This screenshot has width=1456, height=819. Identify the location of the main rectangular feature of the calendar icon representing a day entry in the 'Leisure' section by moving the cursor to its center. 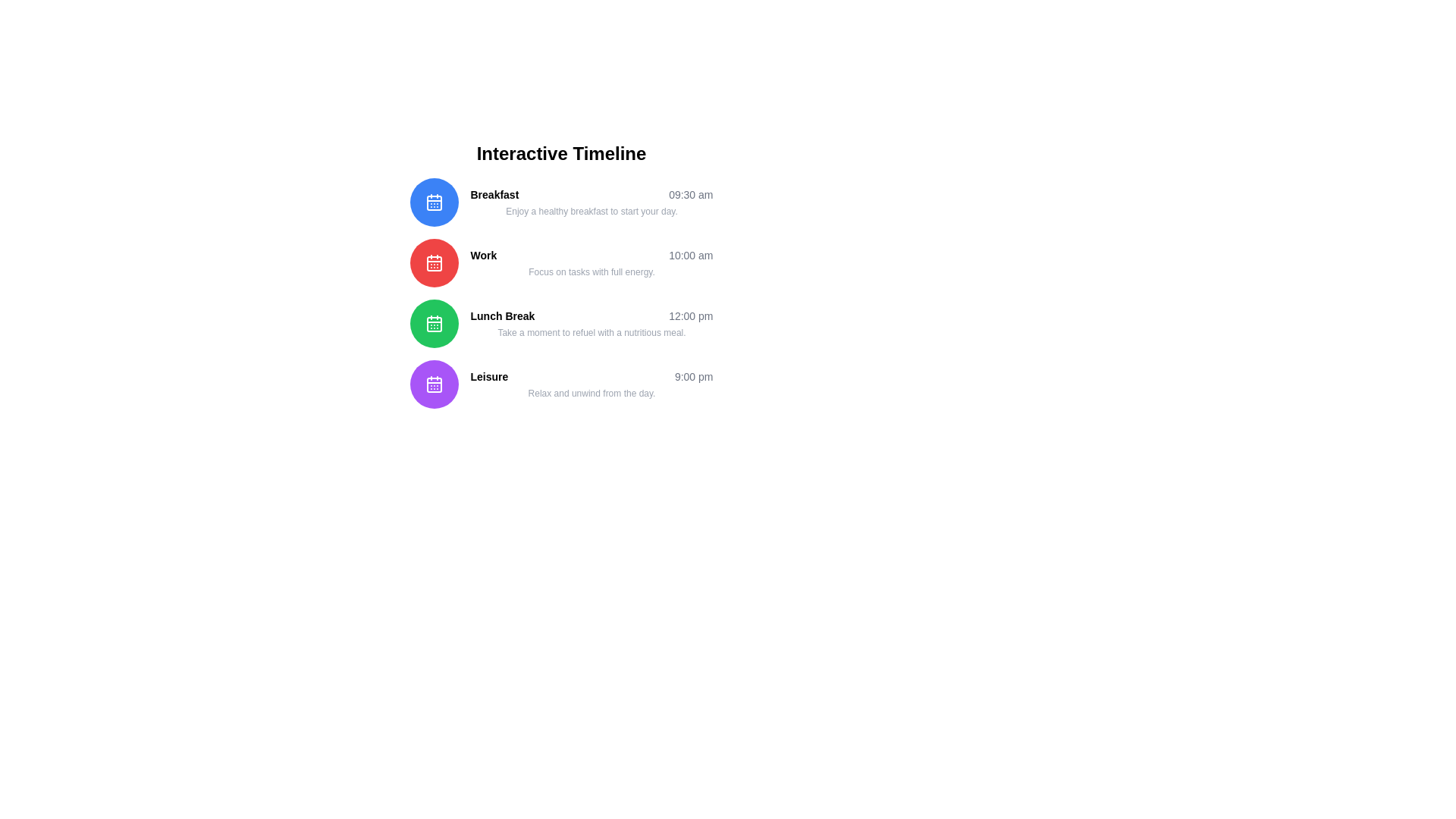
(433, 384).